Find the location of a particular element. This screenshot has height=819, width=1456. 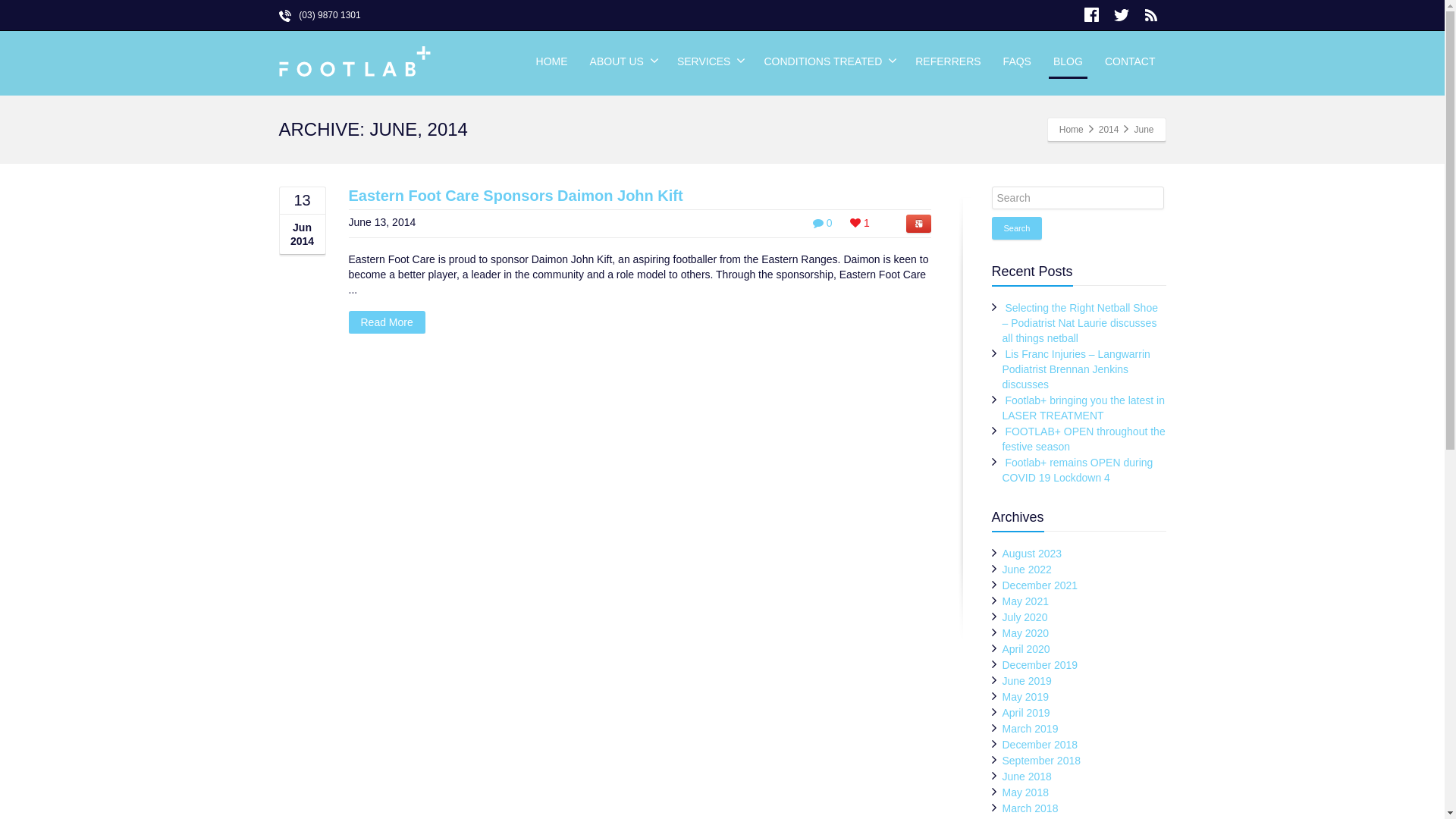

'CONDITIONS TREATED' is located at coordinates (827, 61).